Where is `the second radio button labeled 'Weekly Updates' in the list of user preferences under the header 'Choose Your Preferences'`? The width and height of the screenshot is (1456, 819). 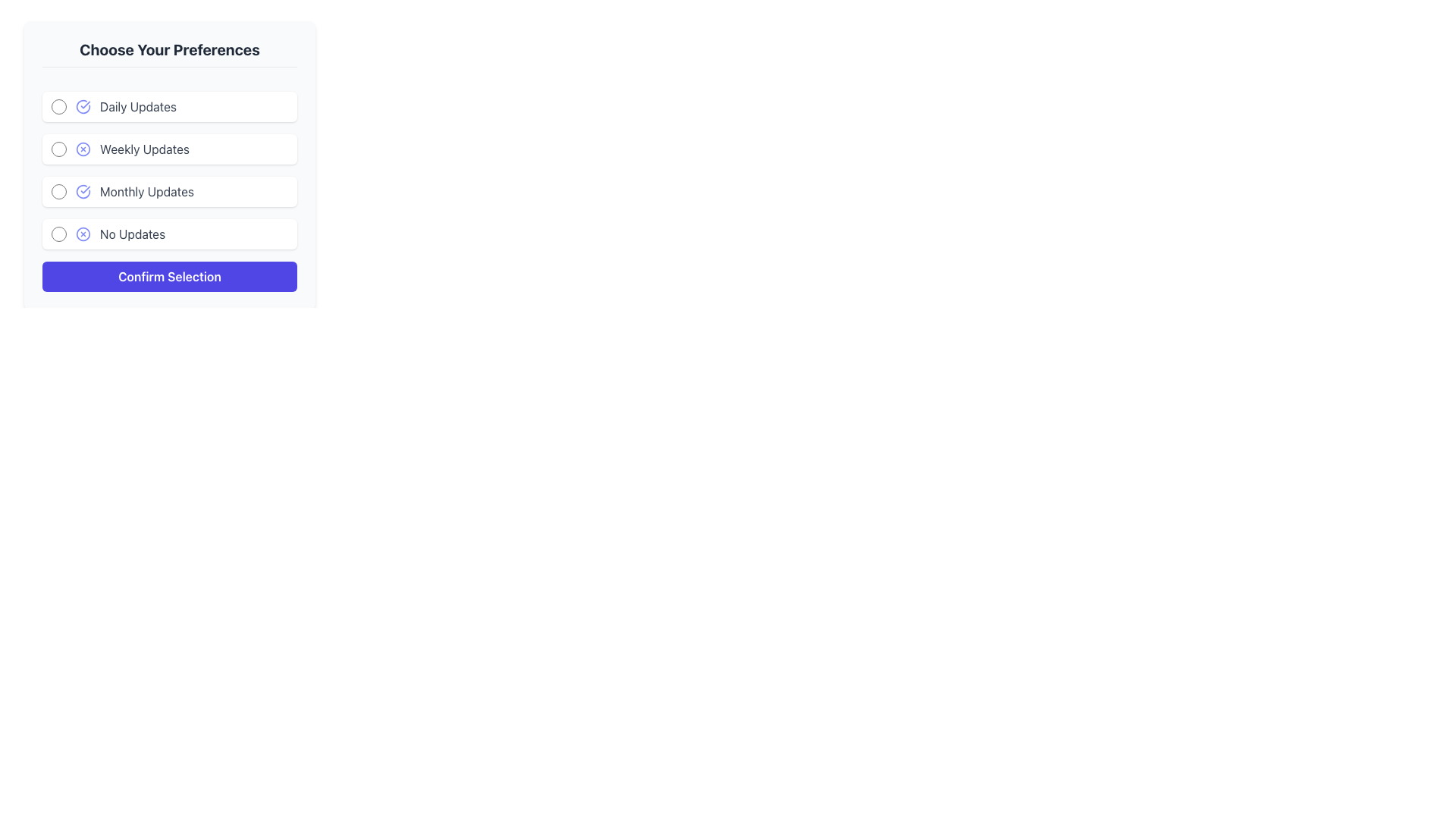 the second radio button labeled 'Weekly Updates' in the list of user preferences under the header 'Choose Your Preferences' is located at coordinates (58, 149).